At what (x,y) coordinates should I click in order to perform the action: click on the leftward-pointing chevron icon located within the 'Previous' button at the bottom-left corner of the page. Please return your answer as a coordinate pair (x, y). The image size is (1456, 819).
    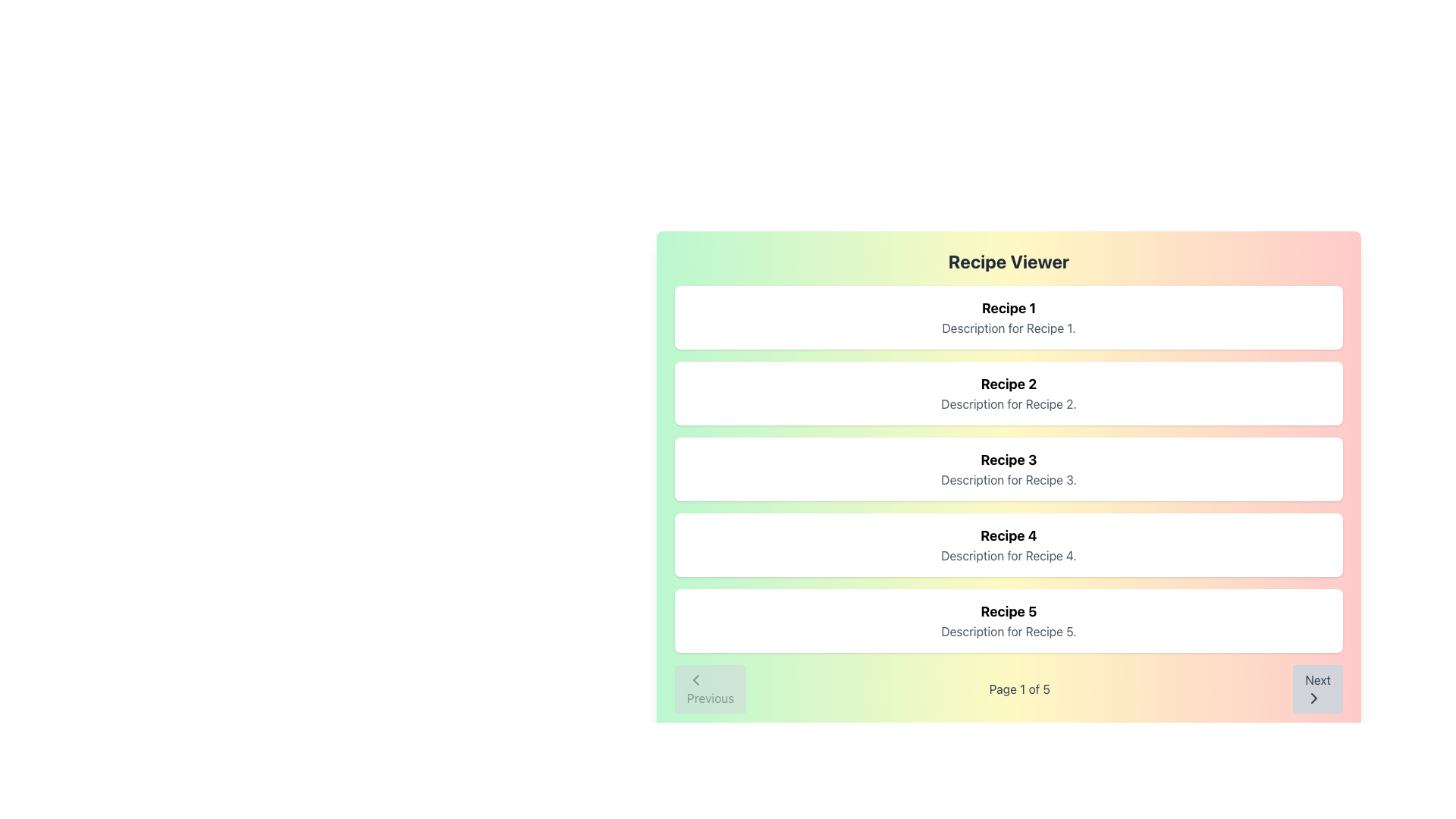
    Looking at the image, I should click on (695, 679).